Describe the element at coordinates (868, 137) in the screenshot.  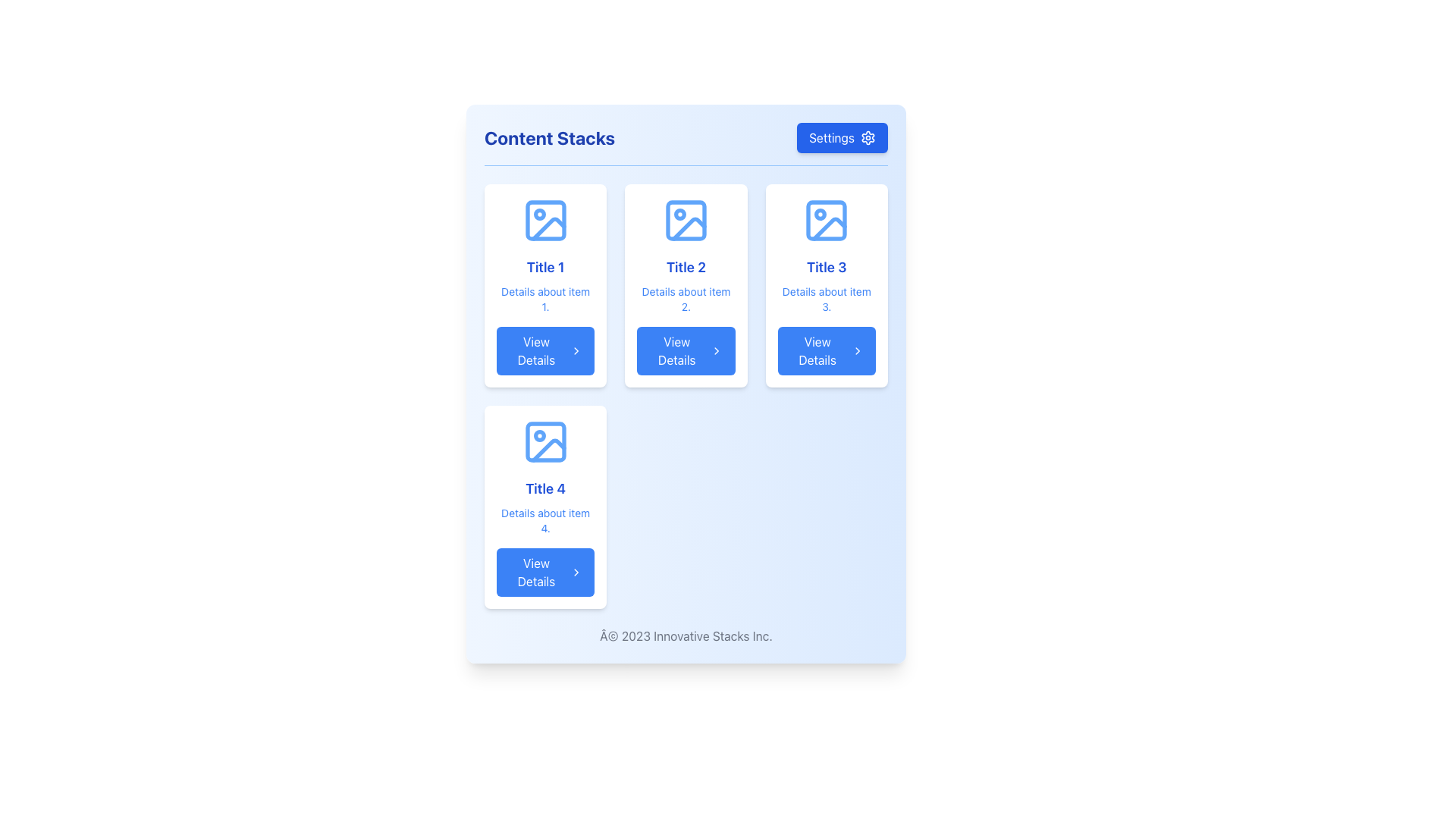
I see `the settings icon shaped like a gear, which is located within the top-right corner of the interface, part of the button labeled 'Settings'` at that location.